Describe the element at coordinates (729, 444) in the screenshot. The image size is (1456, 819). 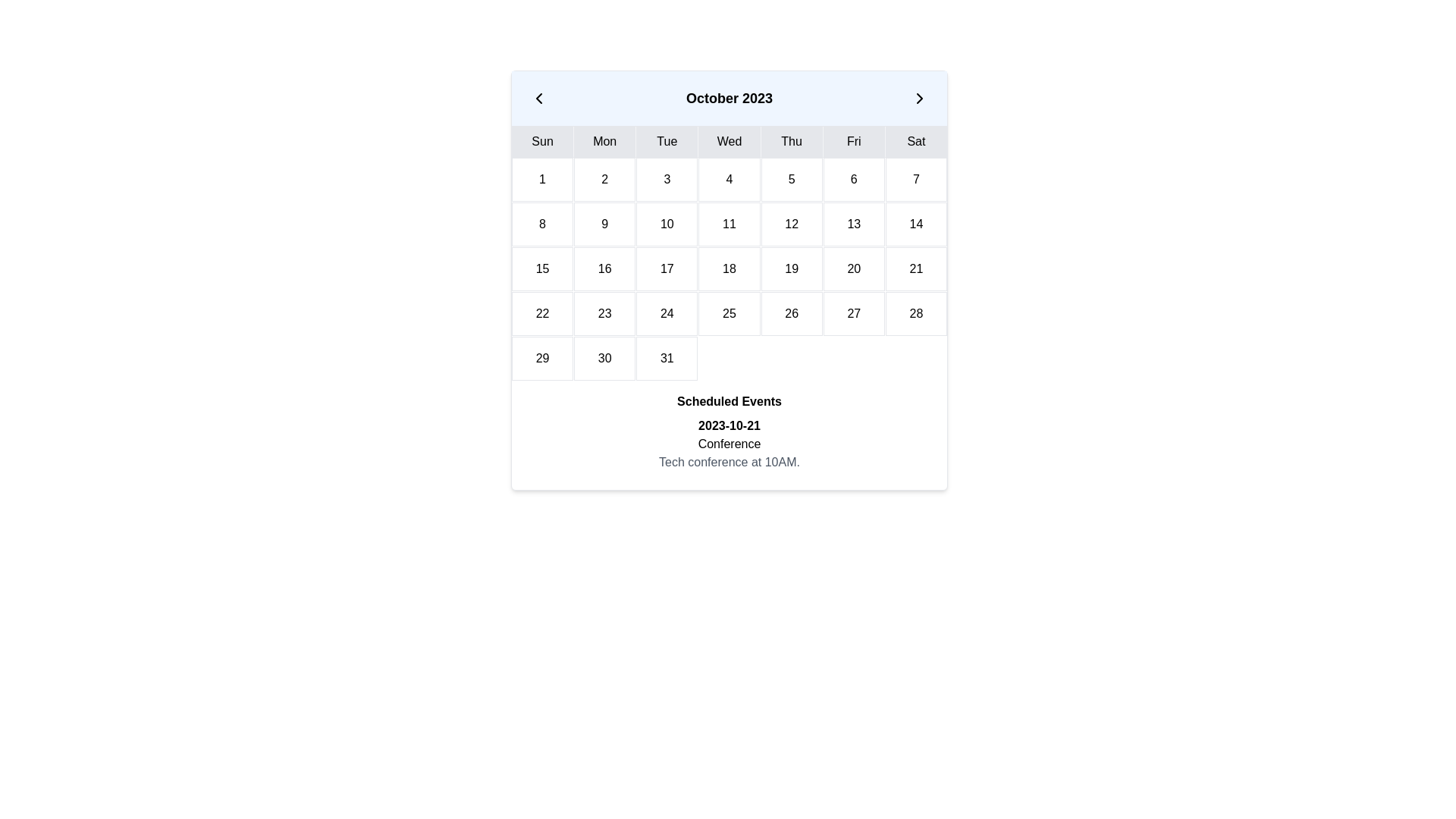
I see `text content of the Text Label displaying 'Conference', which is located below the date '2023-10-21' and above the description 'Tech conference at 10AM.'` at that location.